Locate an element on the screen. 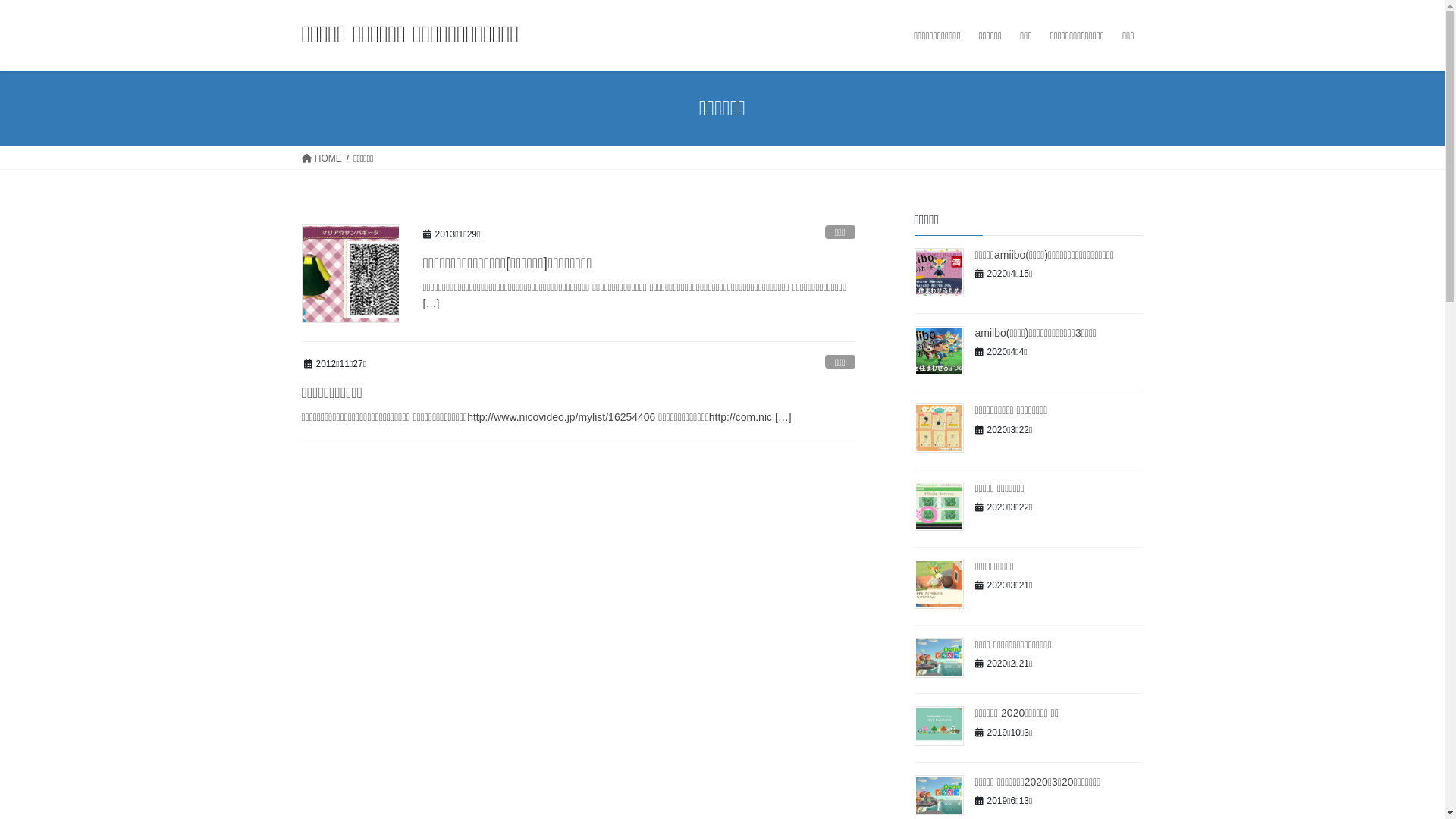 The height and width of the screenshot is (819, 1456). 'HOME' is located at coordinates (321, 158).